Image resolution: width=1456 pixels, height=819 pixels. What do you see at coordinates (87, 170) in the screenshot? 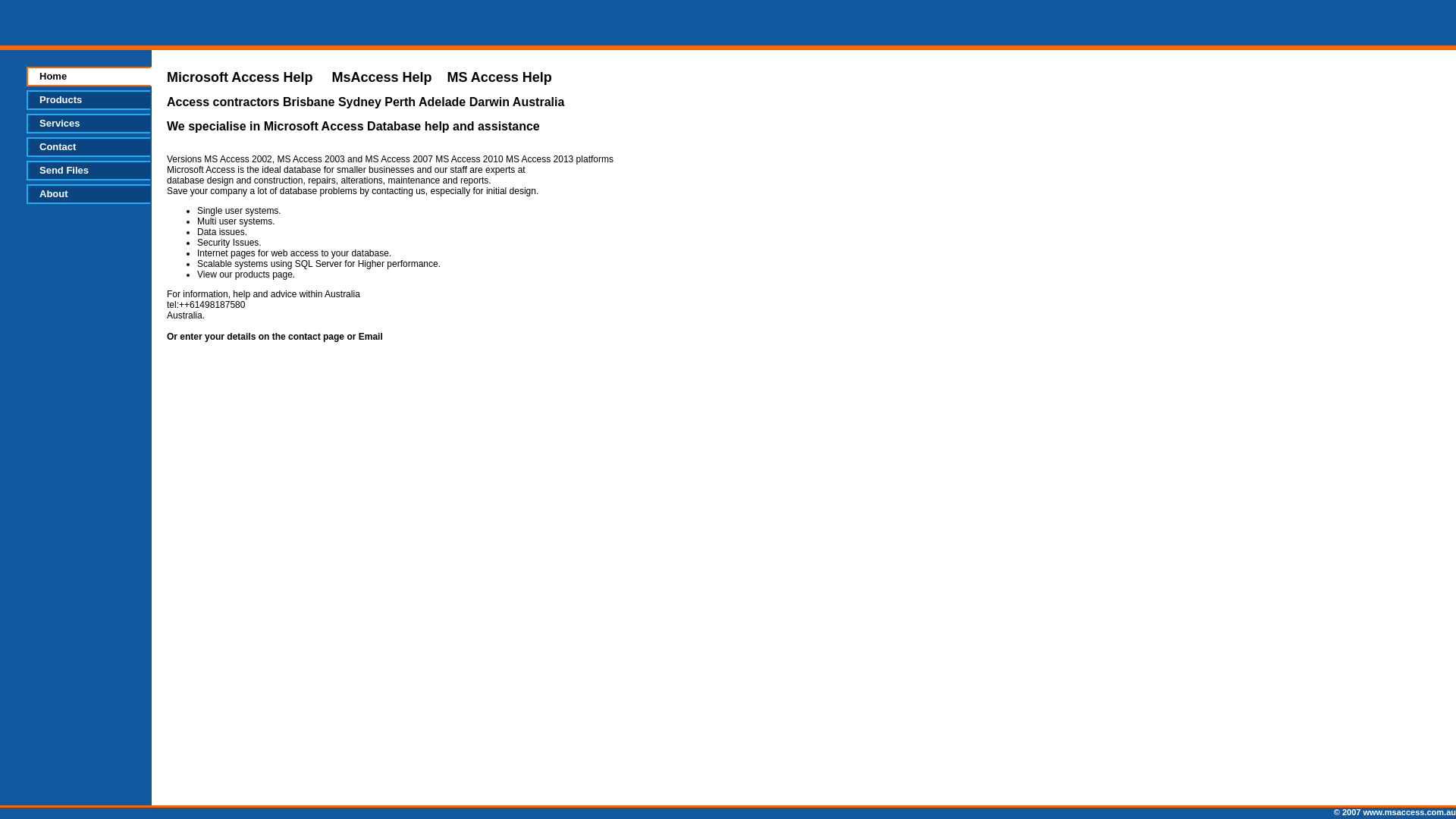
I see `'Send Files'` at bounding box center [87, 170].